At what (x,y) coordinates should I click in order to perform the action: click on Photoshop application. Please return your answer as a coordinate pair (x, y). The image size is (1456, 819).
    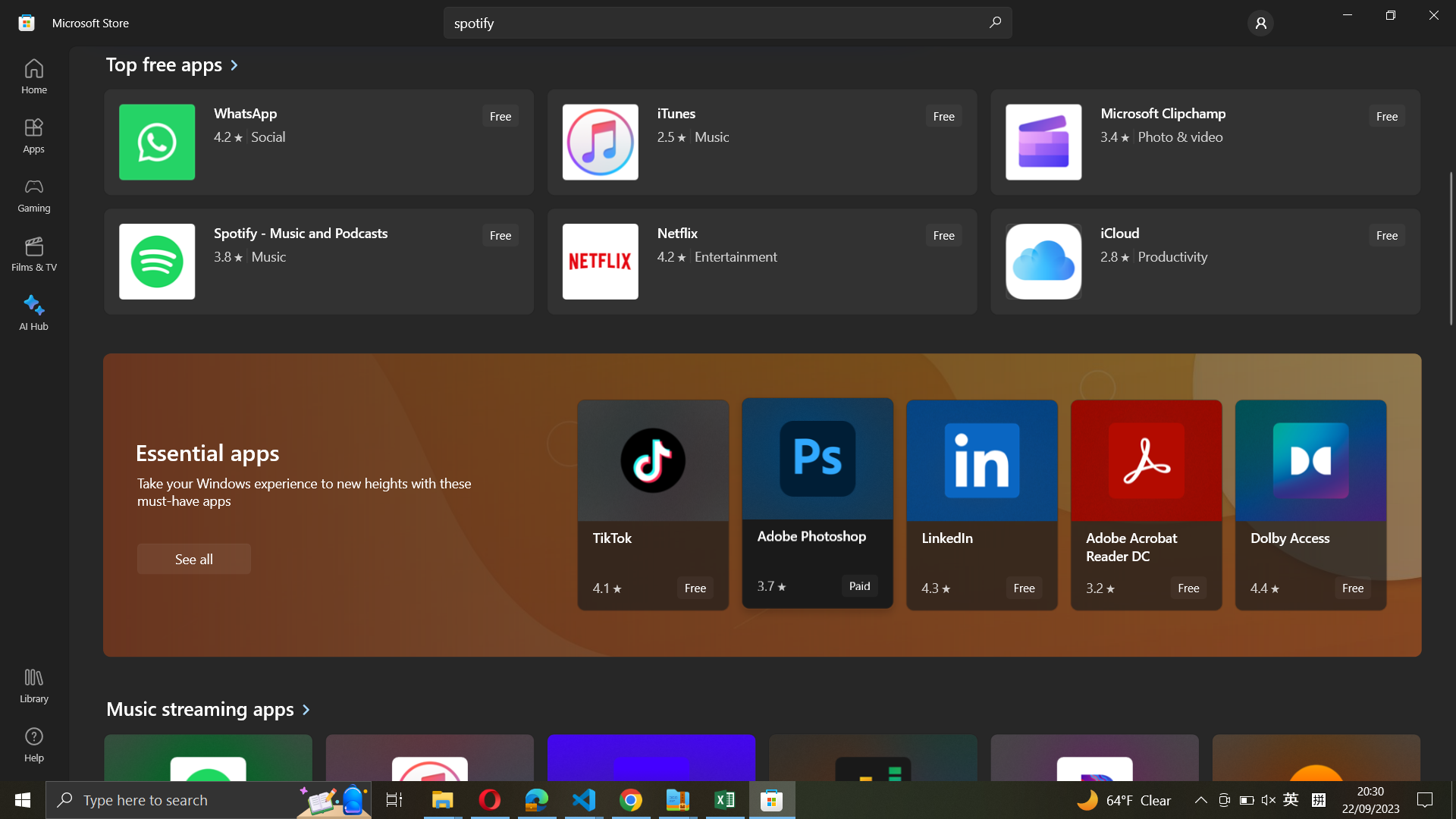
    Looking at the image, I should click on (1569568, 544635).